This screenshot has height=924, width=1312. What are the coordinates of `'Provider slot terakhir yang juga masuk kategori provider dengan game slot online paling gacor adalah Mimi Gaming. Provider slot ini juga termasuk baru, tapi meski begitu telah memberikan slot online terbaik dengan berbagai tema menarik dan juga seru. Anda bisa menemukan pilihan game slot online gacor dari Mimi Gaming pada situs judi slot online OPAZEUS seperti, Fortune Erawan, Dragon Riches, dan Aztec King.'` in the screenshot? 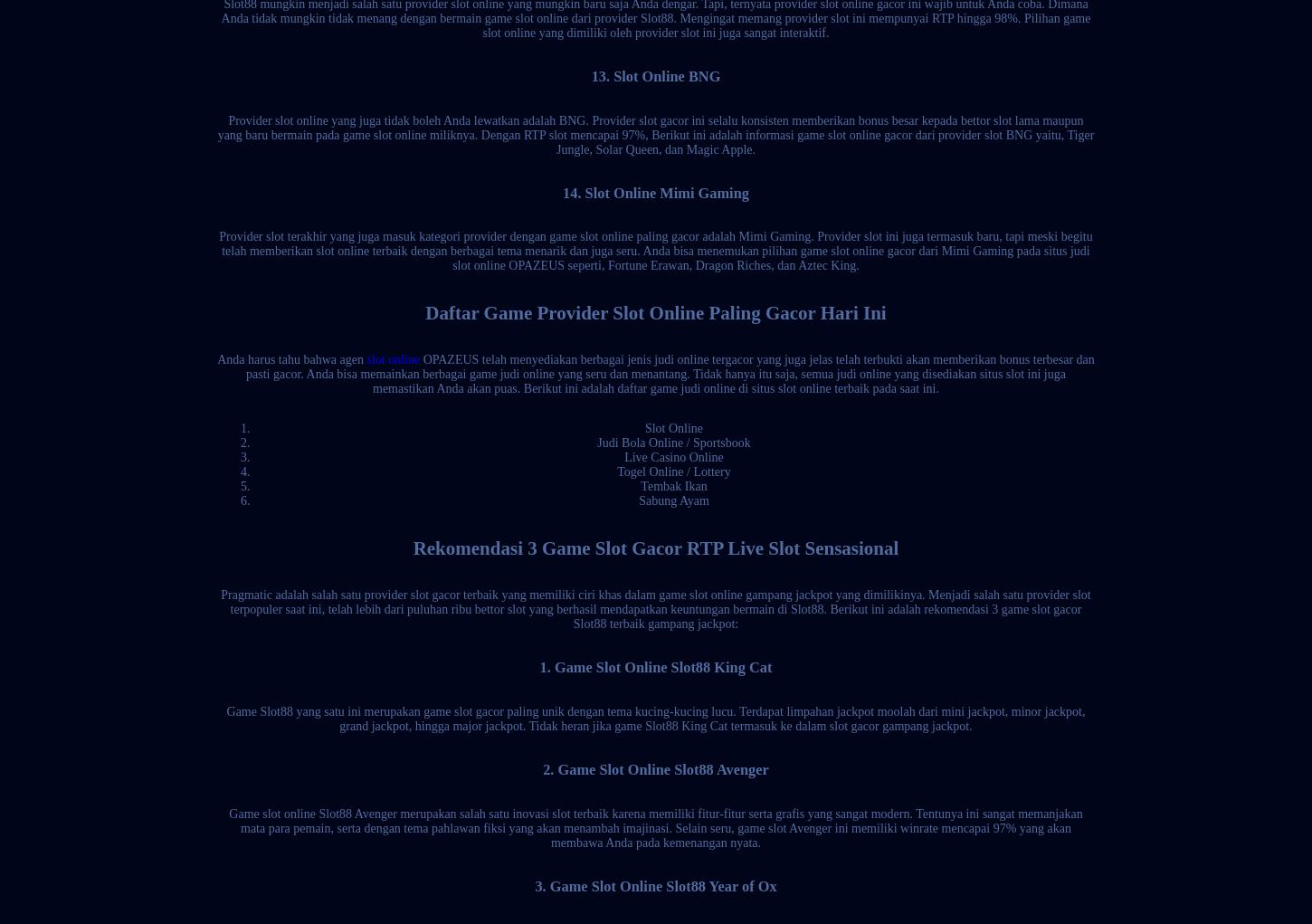 It's located at (654, 251).